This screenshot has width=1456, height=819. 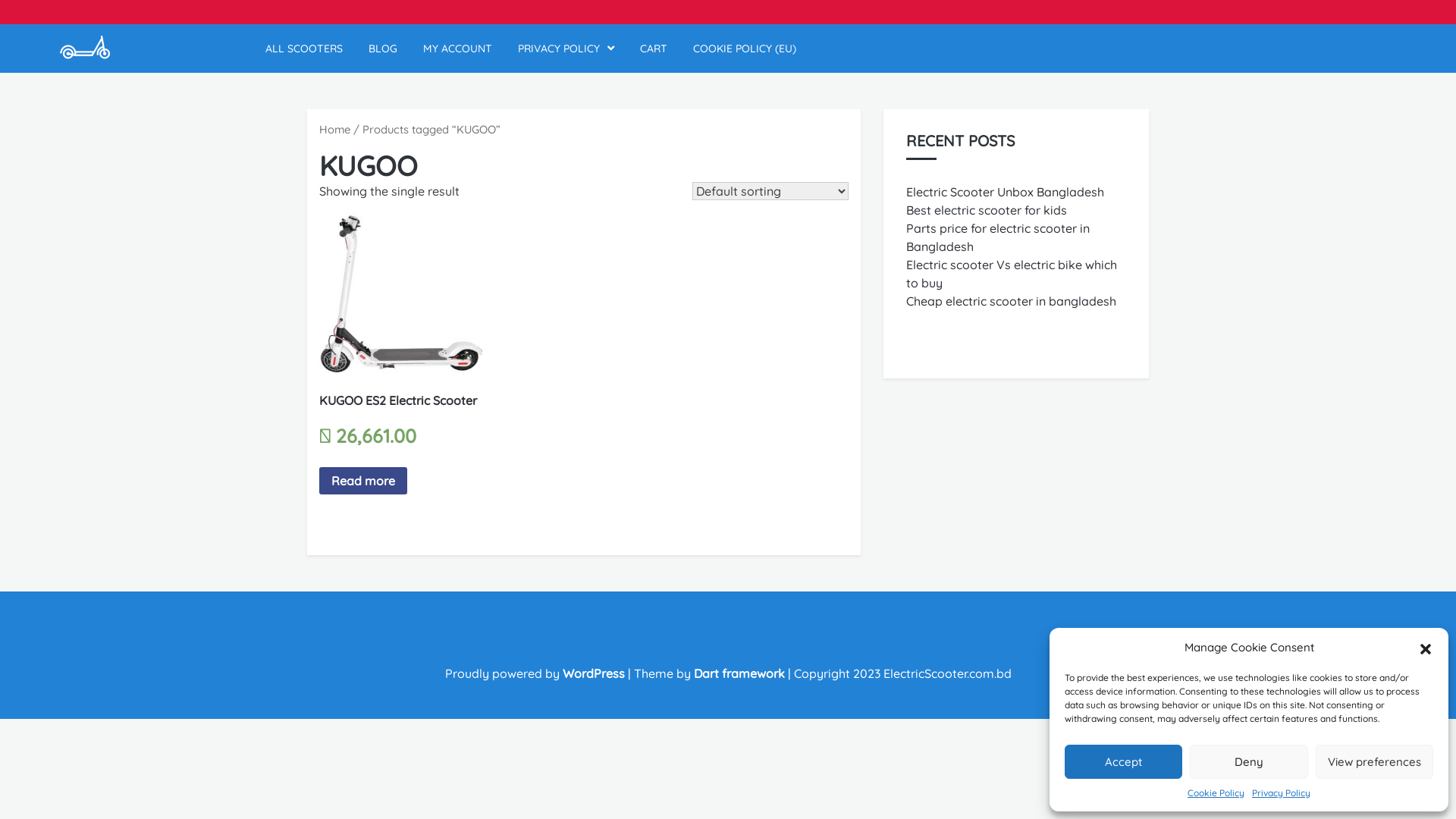 What do you see at coordinates (1005, 191) in the screenshot?
I see `'Electric Scooter Unbox Bangladesh'` at bounding box center [1005, 191].